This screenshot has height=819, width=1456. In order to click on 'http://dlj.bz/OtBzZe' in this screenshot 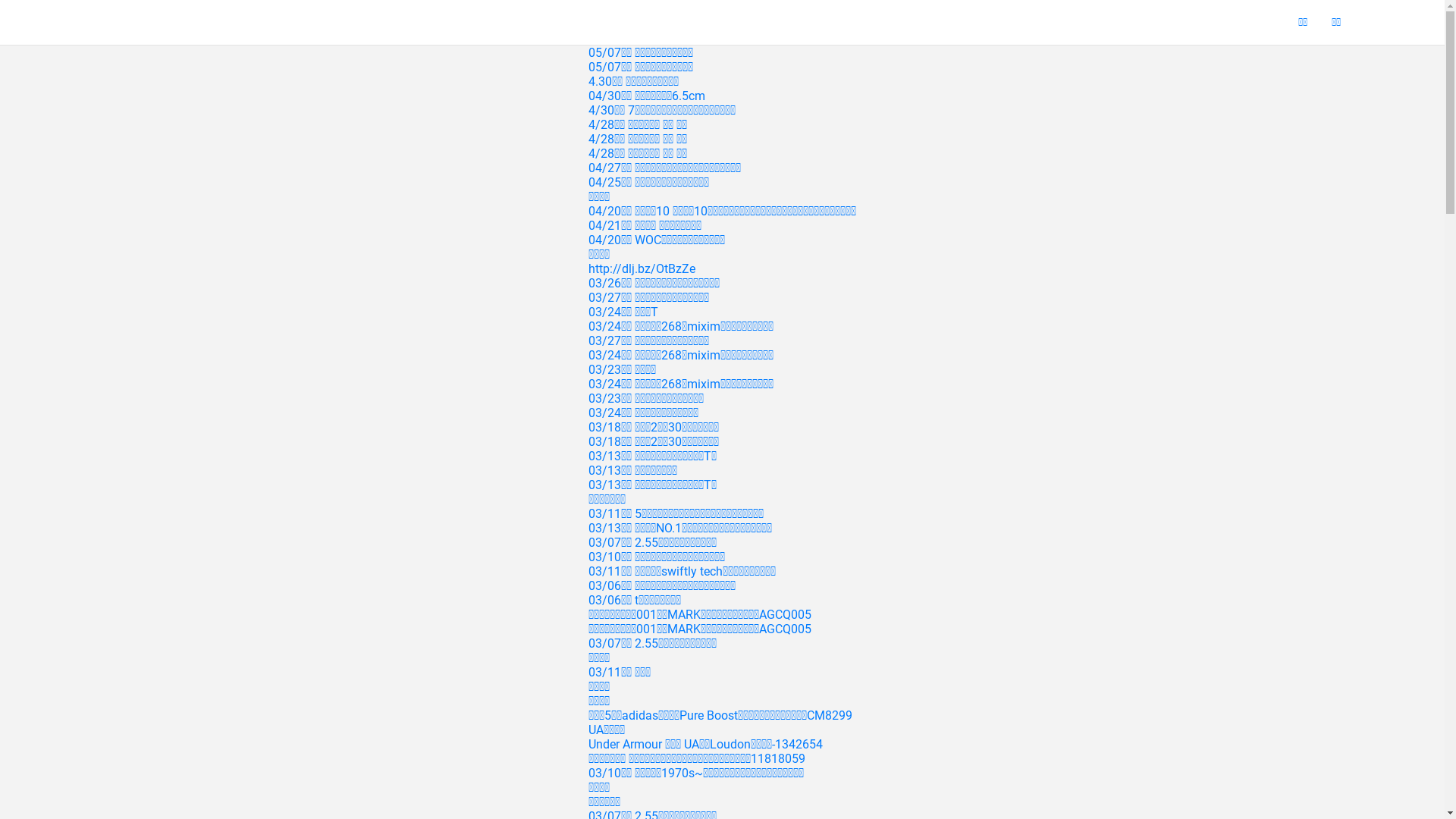, I will do `click(642, 268)`.